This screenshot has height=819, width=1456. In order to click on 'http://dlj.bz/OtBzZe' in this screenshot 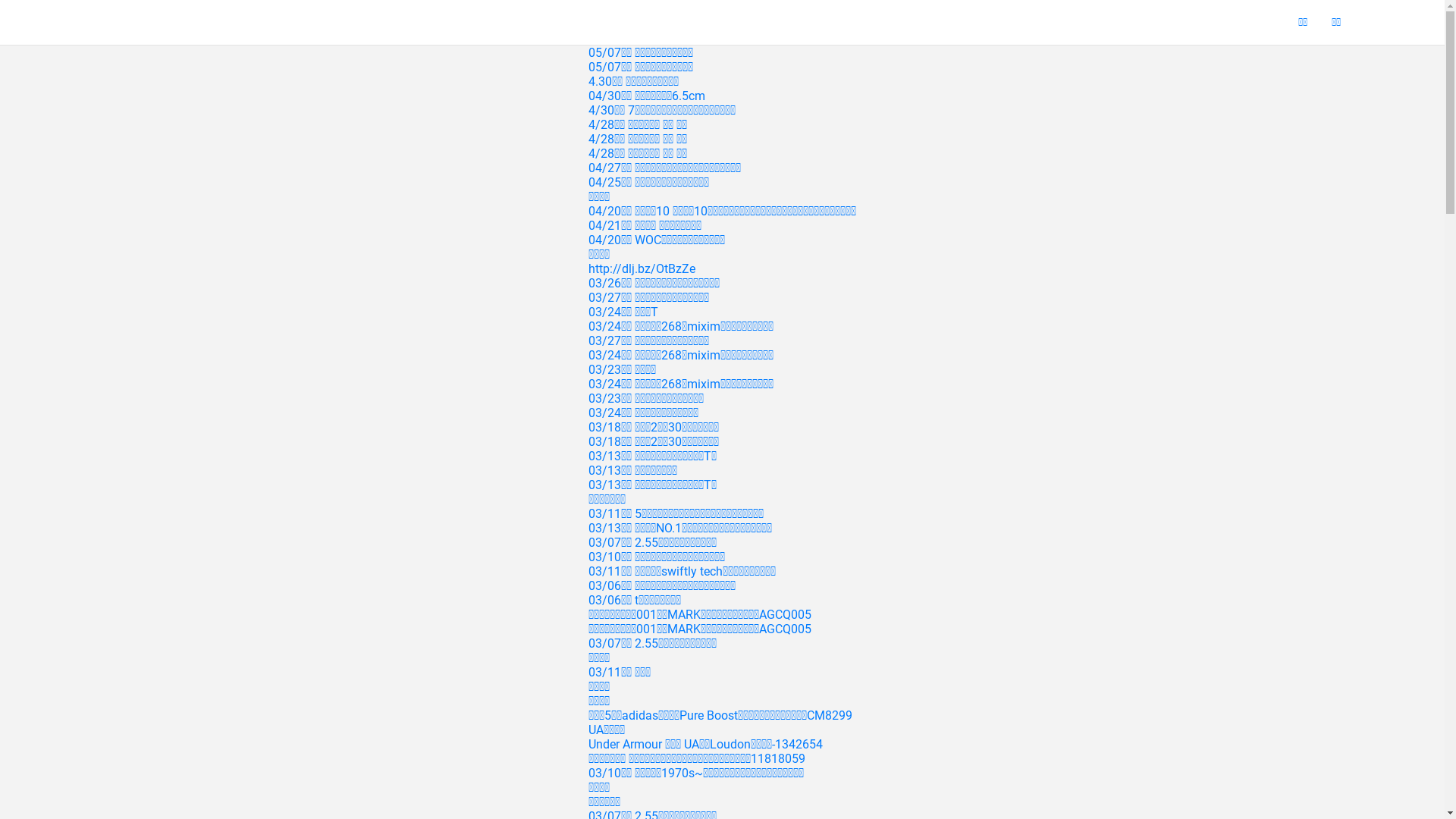, I will do `click(642, 268)`.